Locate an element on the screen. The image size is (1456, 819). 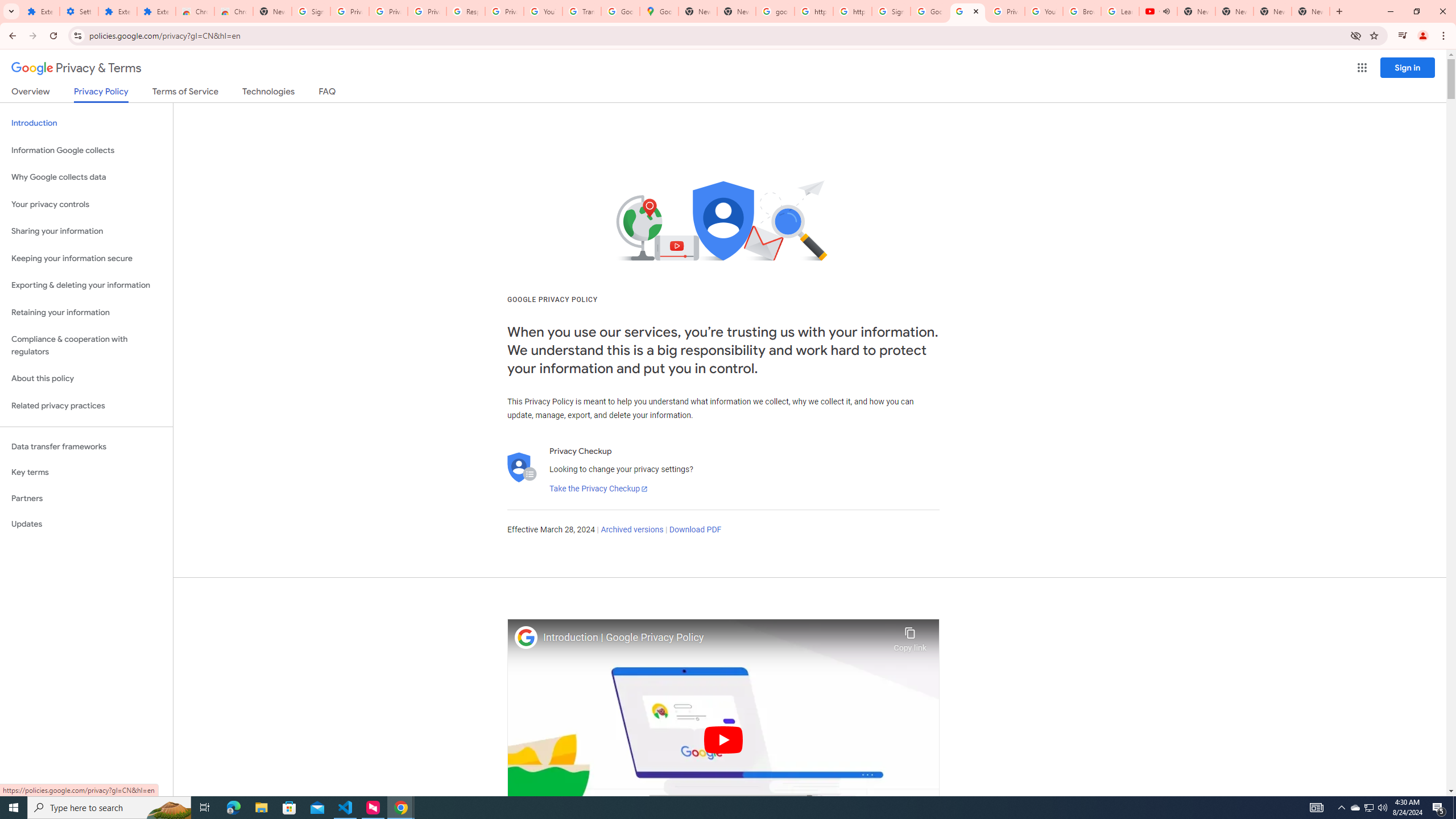
'Related privacy practices' is located at coordinates (86, 405).